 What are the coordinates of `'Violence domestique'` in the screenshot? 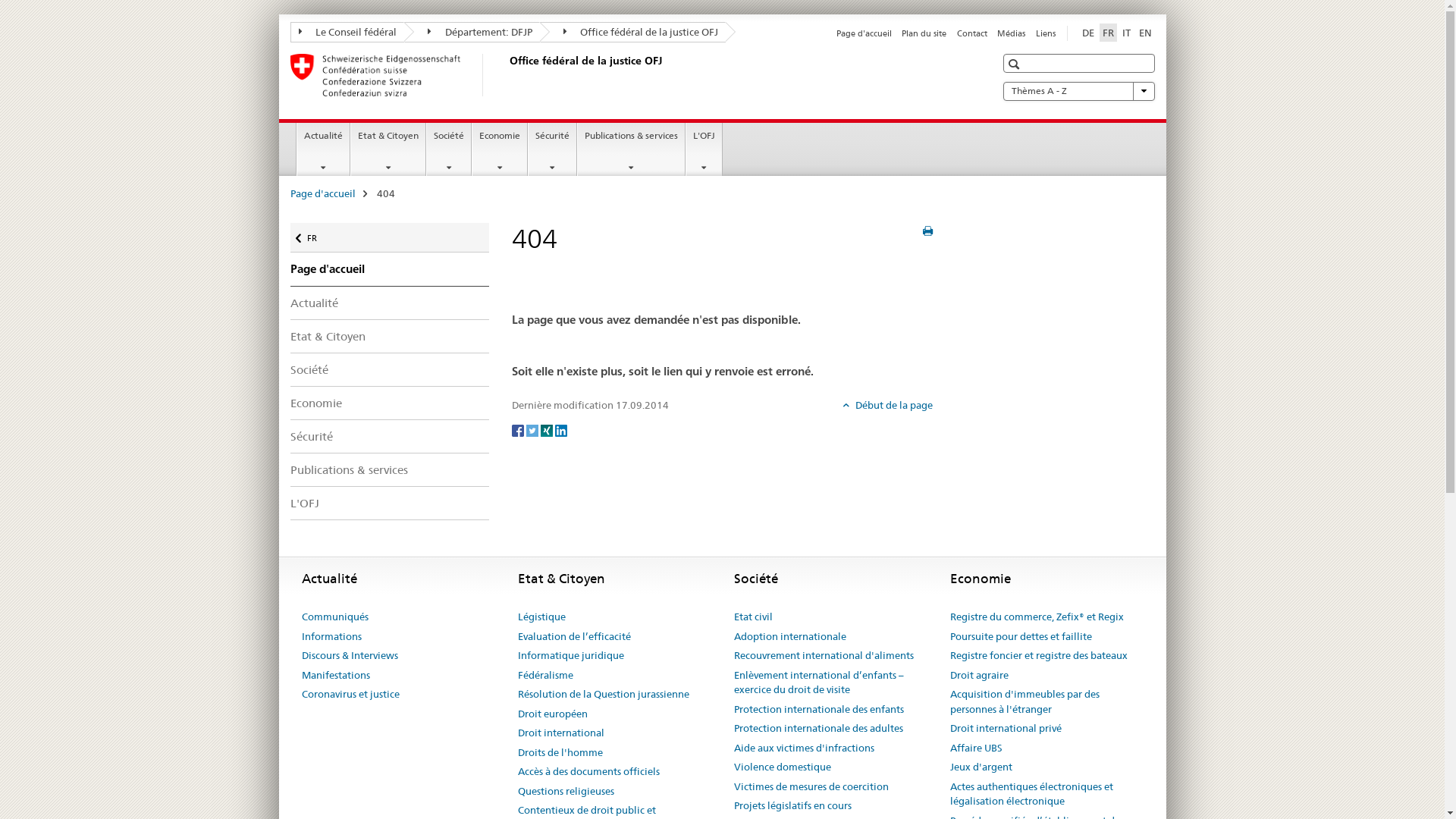 It's located at (783, 767).